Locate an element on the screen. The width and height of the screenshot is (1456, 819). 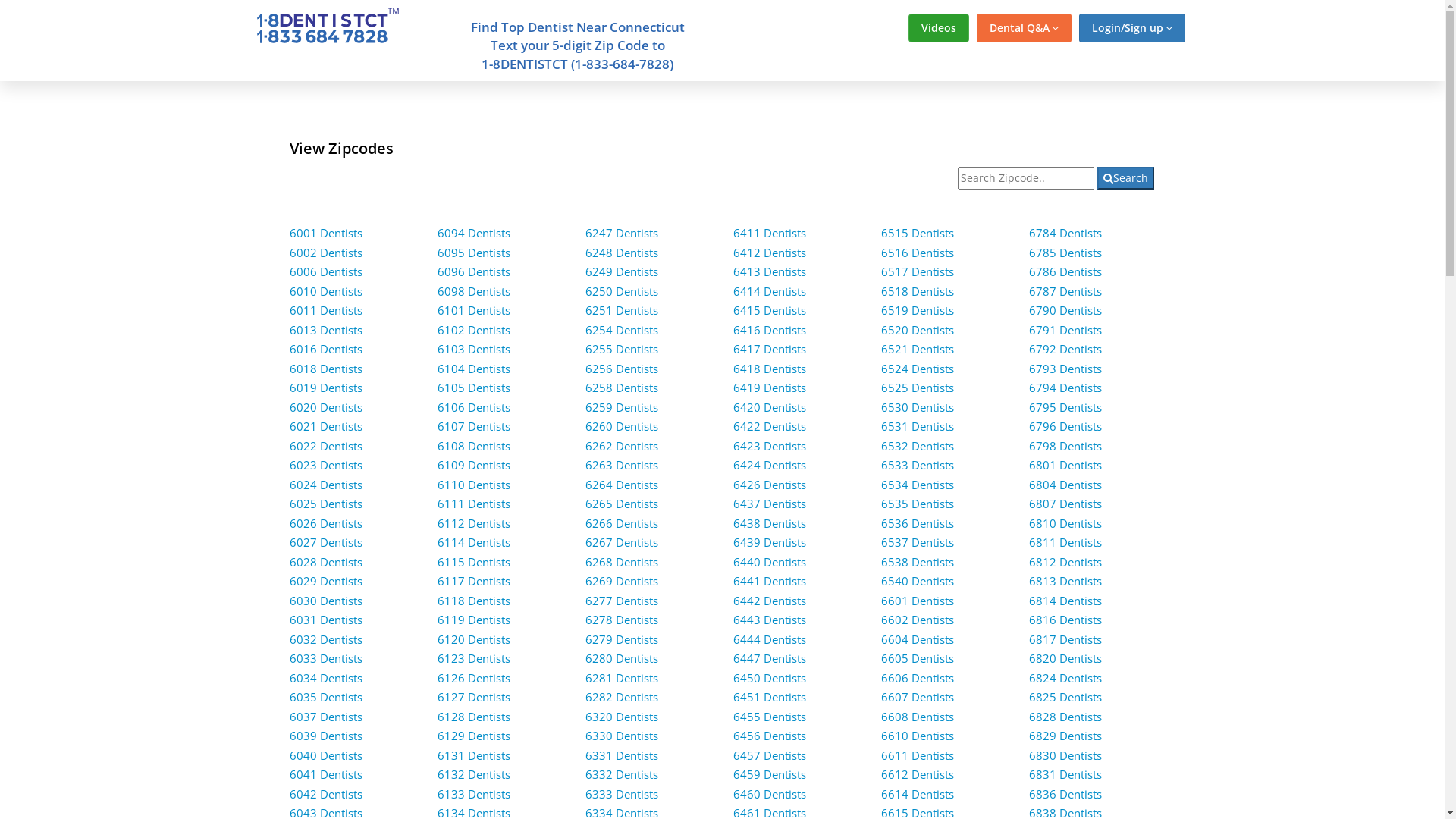
'6533 Dentists' is located at coordinates (916, 464).